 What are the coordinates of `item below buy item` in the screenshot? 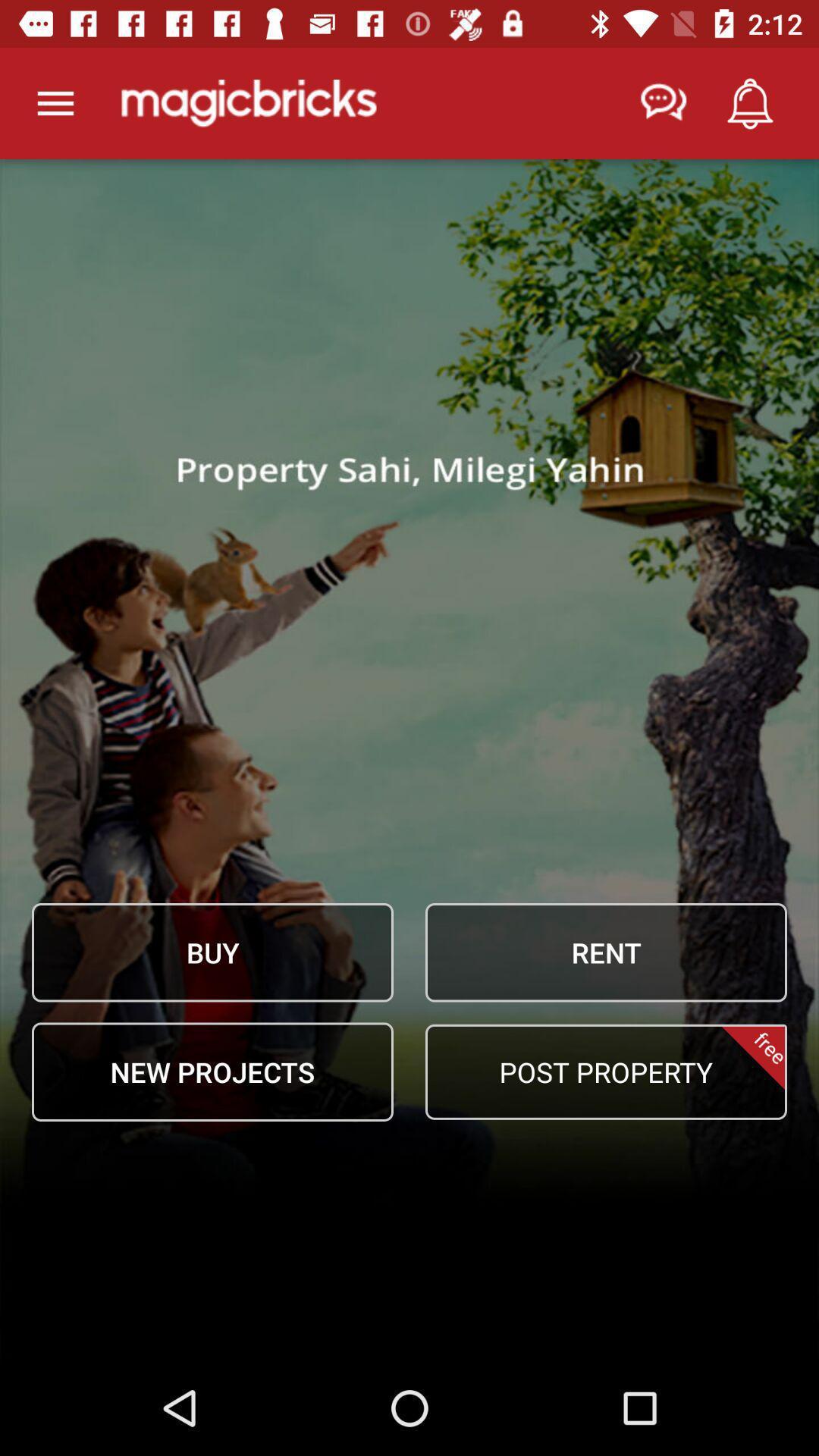 It's located at (212, 1071).